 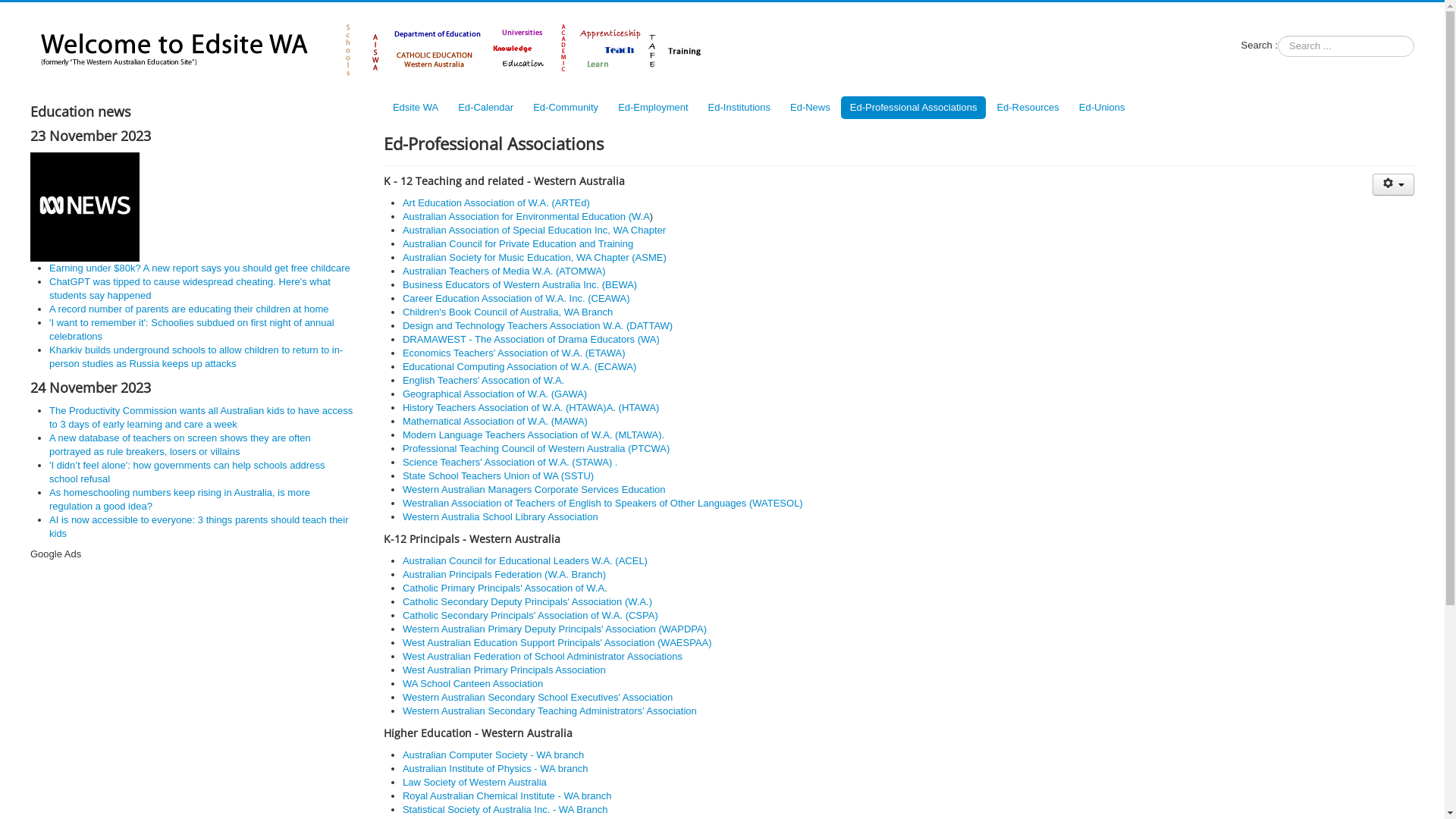 I want to click on 'Geographical Association of W.A. (GAWA)', so click(x=494, y=393).